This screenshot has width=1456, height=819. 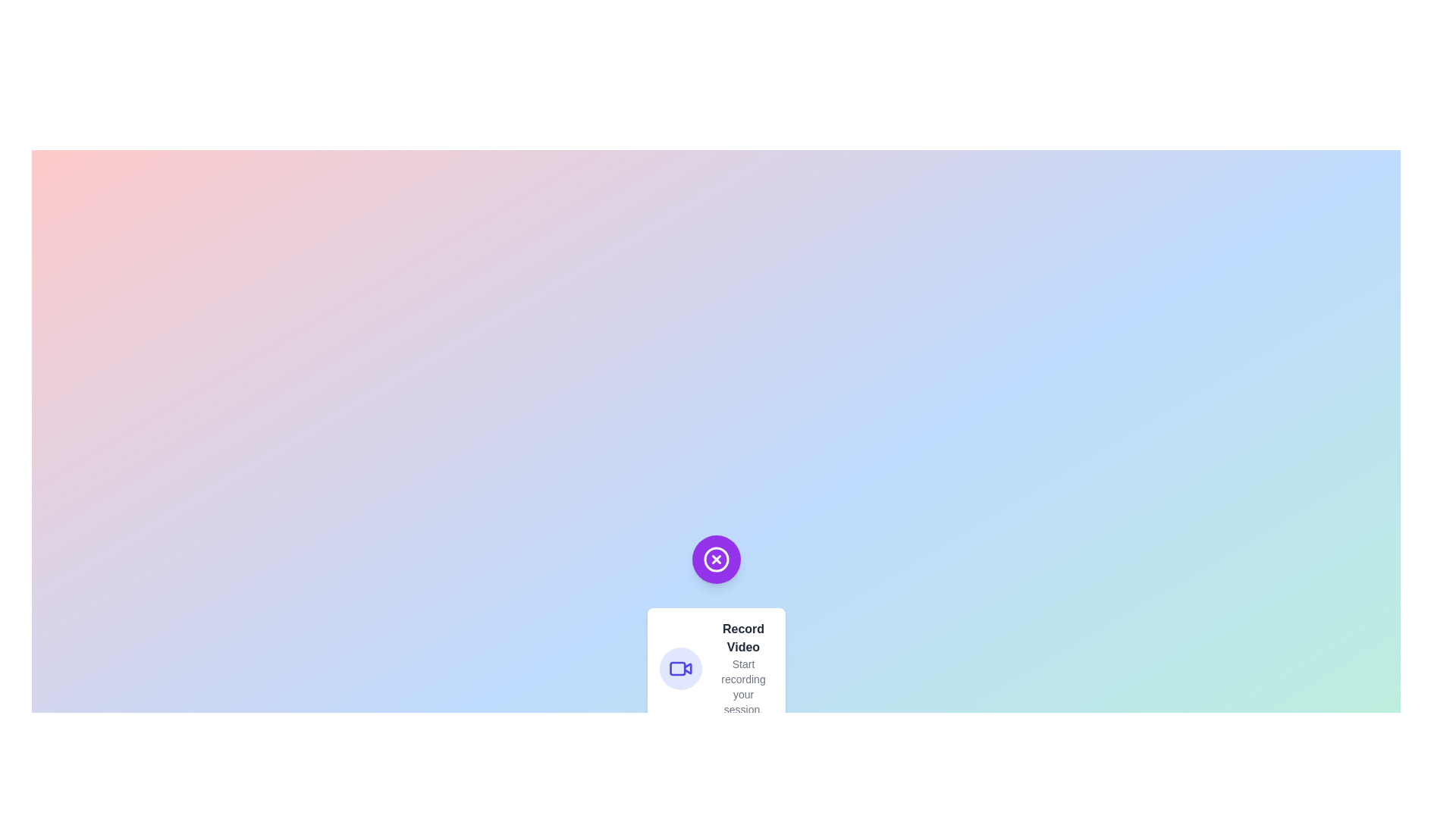 What do you see at coordinates (715, 559) in the screenshot?
I see `main button to toggle the menu` at bounding box center [715, 559].